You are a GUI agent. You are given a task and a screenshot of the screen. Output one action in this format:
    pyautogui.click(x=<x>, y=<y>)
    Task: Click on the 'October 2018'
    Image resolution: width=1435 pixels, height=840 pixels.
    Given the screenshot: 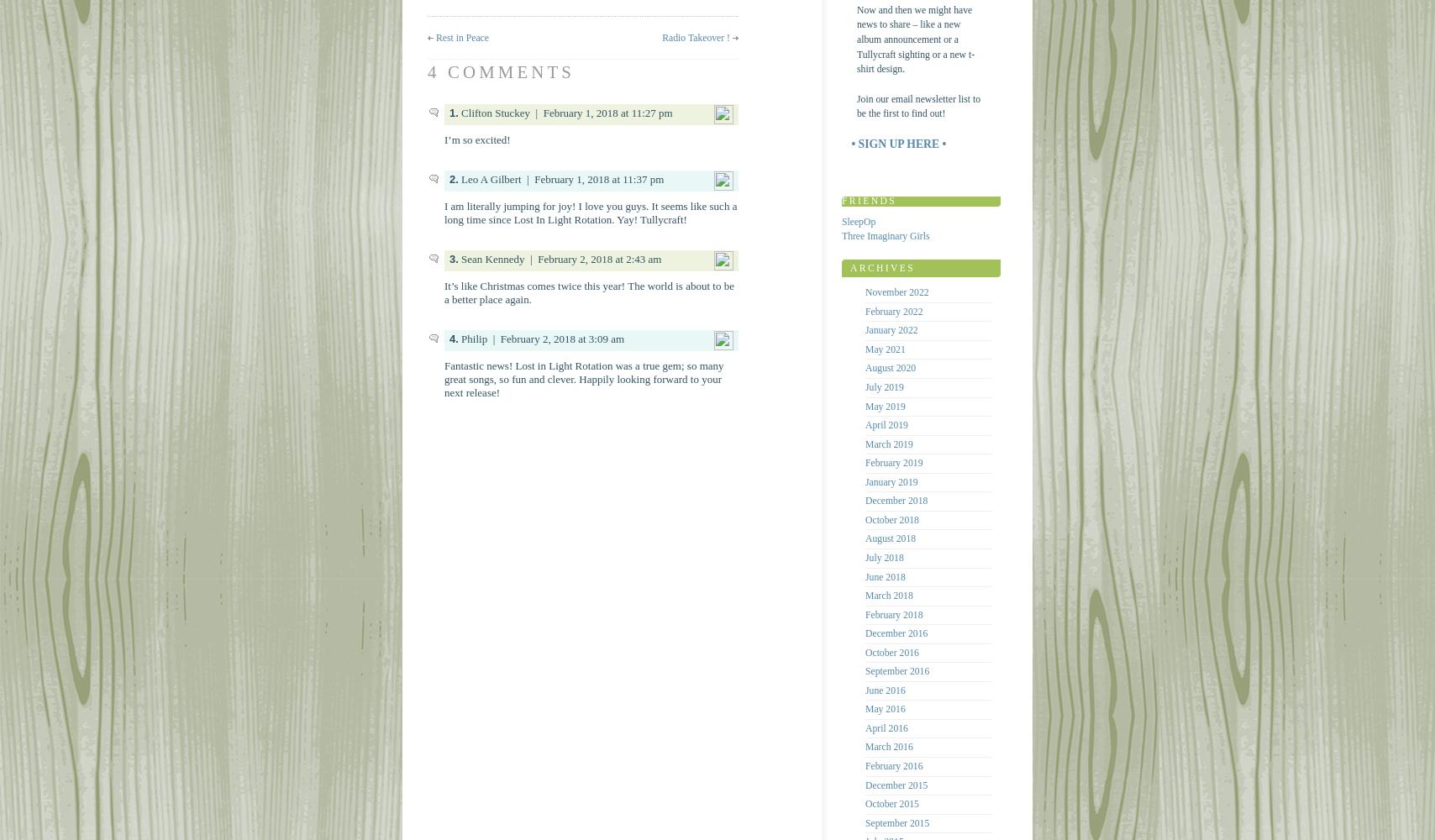 What is the action you would take?
    pyautogui.click(x=891, y=518)
    